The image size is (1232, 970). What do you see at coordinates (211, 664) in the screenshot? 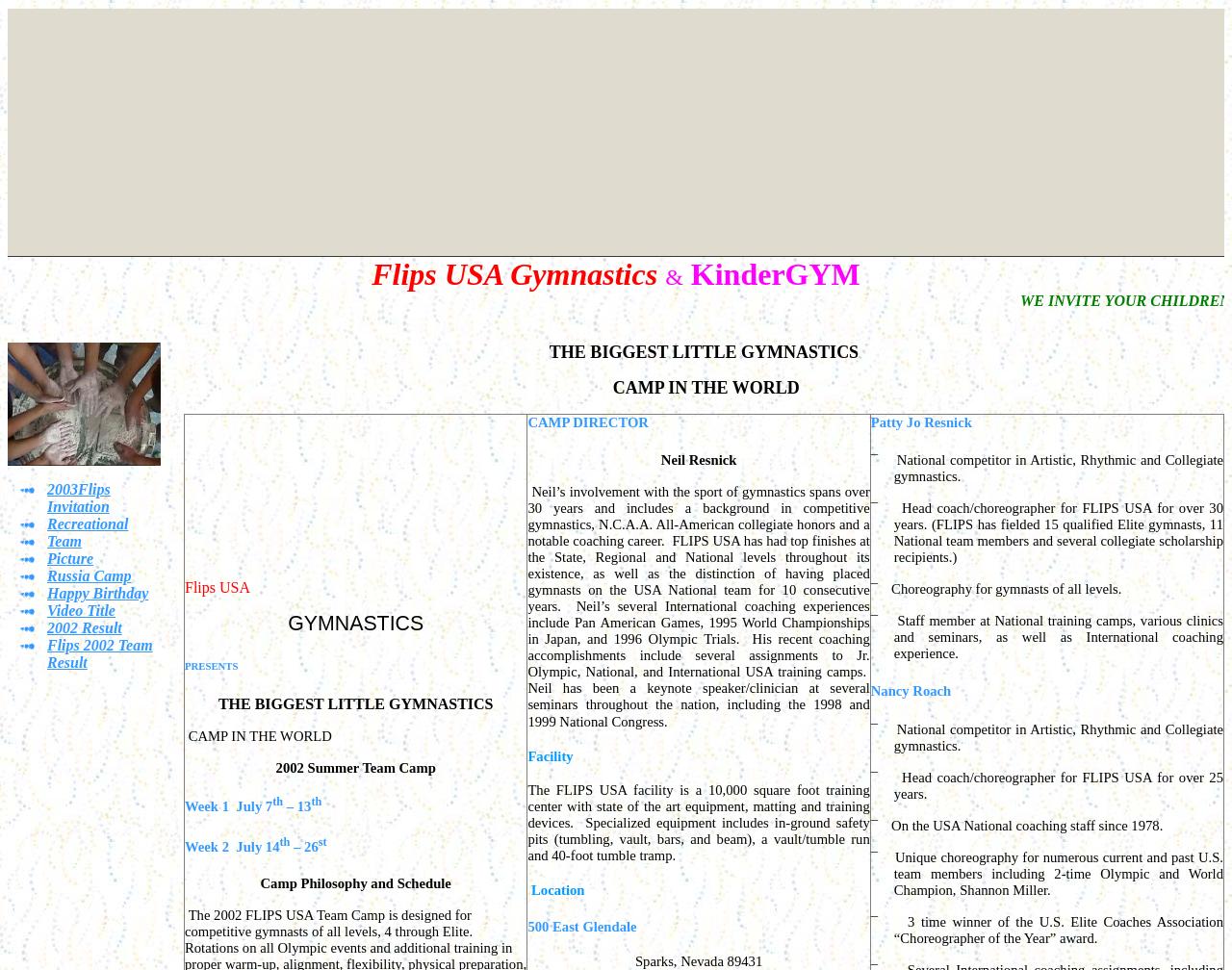
I see `'PRESENTS'` at bounding box center [211, 664].